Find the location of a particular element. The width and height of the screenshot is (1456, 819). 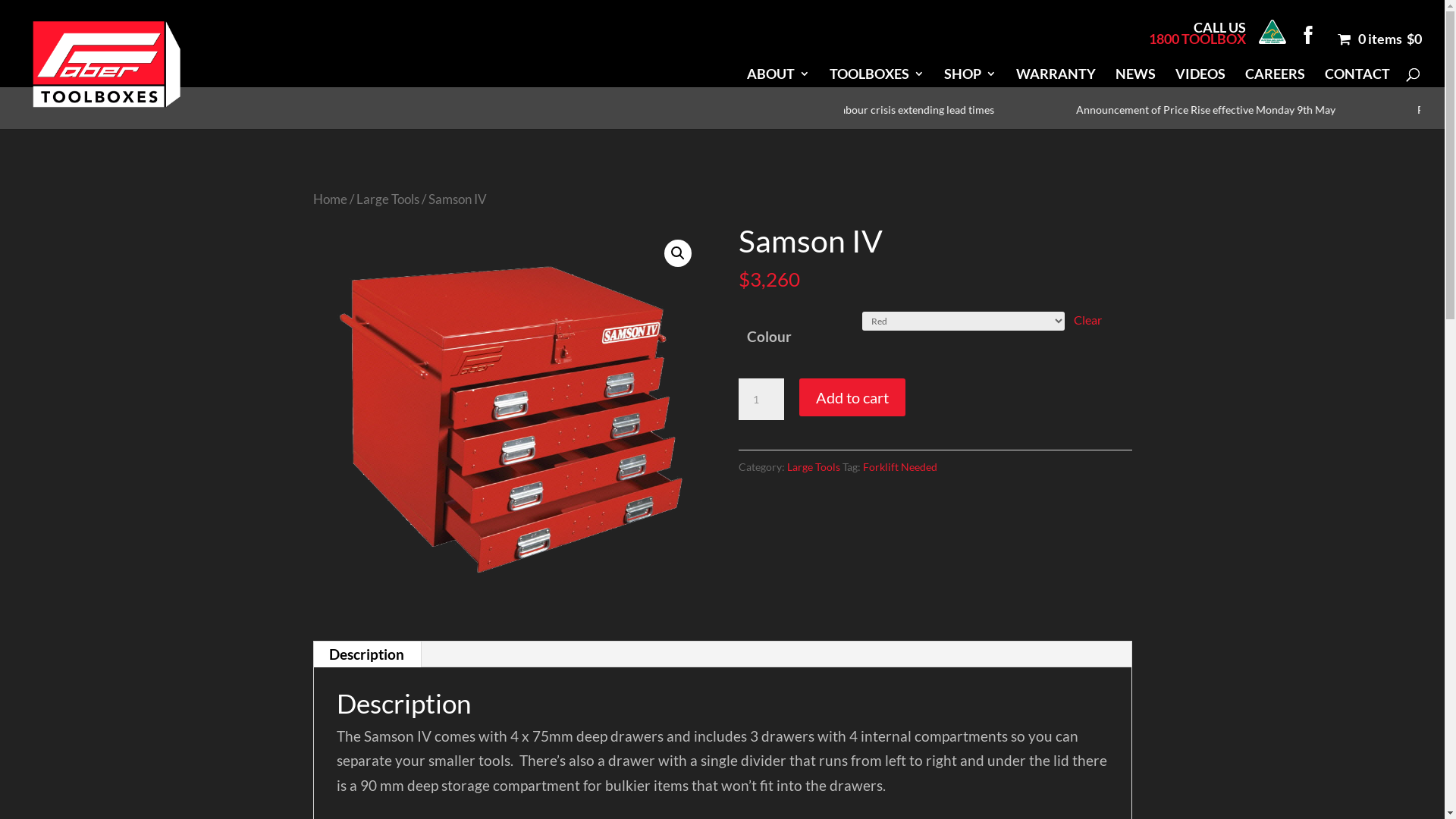

'Add to cart' is located at coordinates (852, 397).